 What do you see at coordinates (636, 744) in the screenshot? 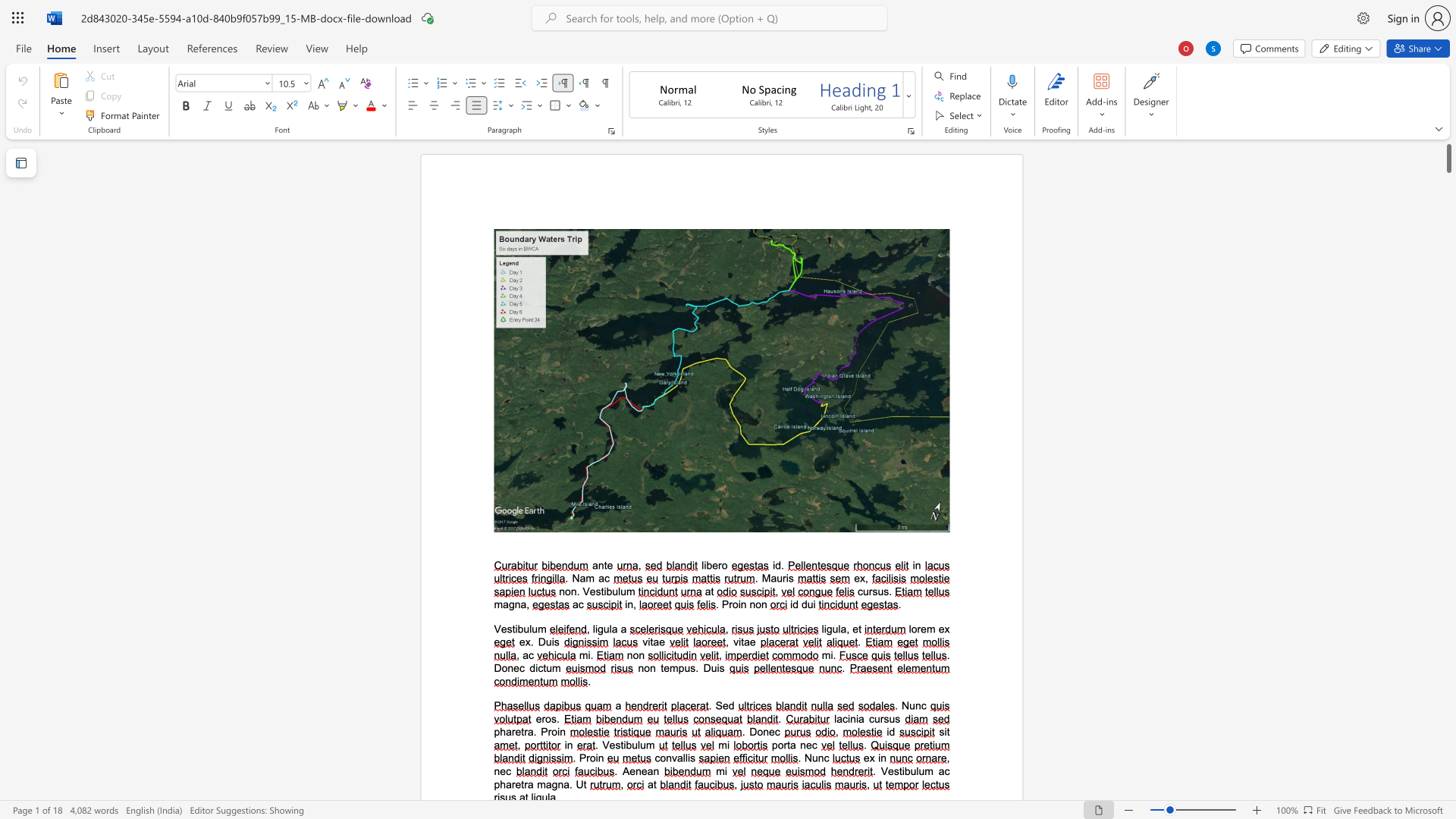
I see `the space between the continuous character "u" and "l" in the text` at bounding box center [636, 744].